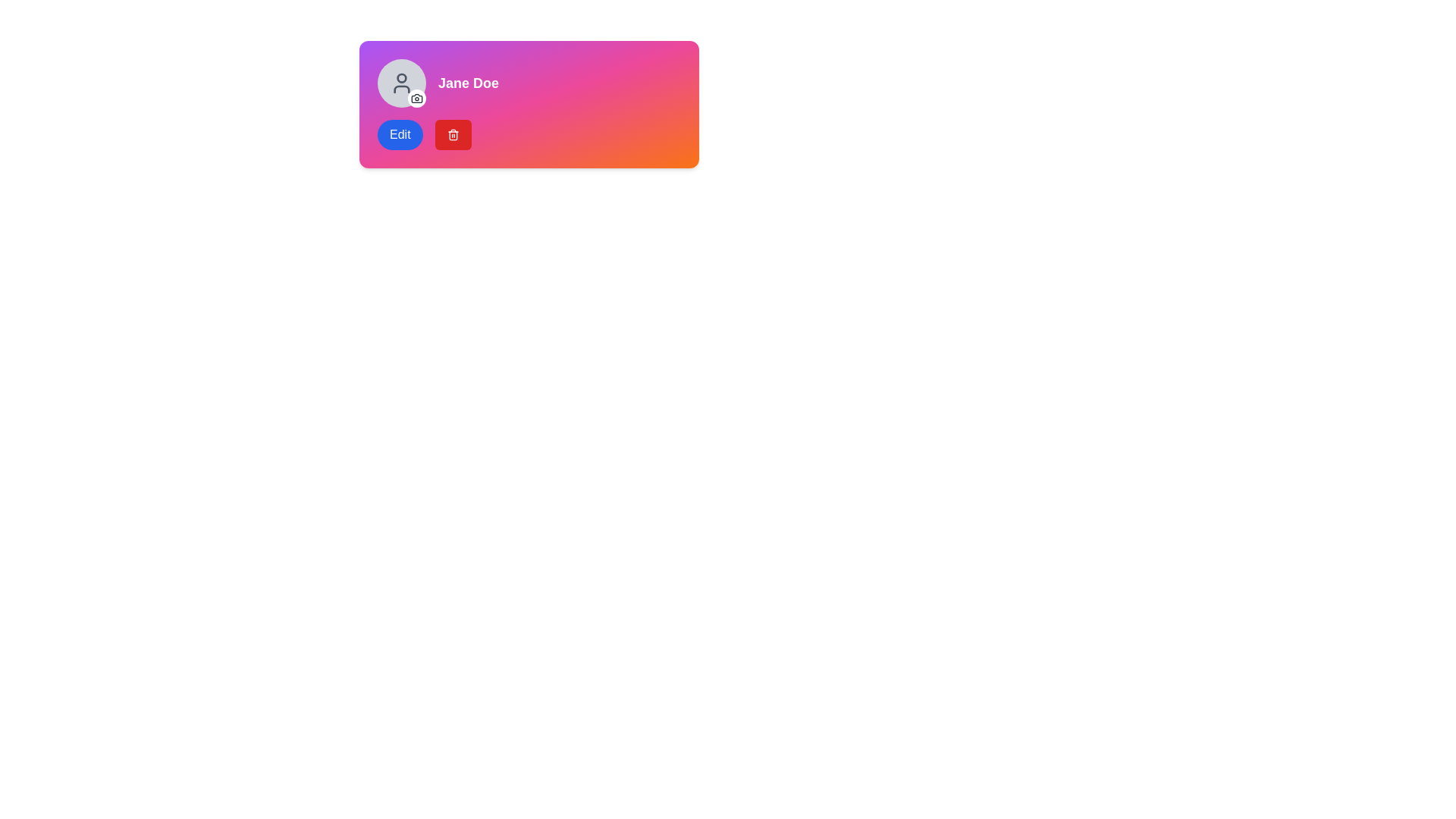 This screenshot has width=1456, height=819. Describe the element at coordinates (417, 99) in the screenshot. I see `the icon contained within the white circular button in the bottom-right corner of the profile image` at that location.